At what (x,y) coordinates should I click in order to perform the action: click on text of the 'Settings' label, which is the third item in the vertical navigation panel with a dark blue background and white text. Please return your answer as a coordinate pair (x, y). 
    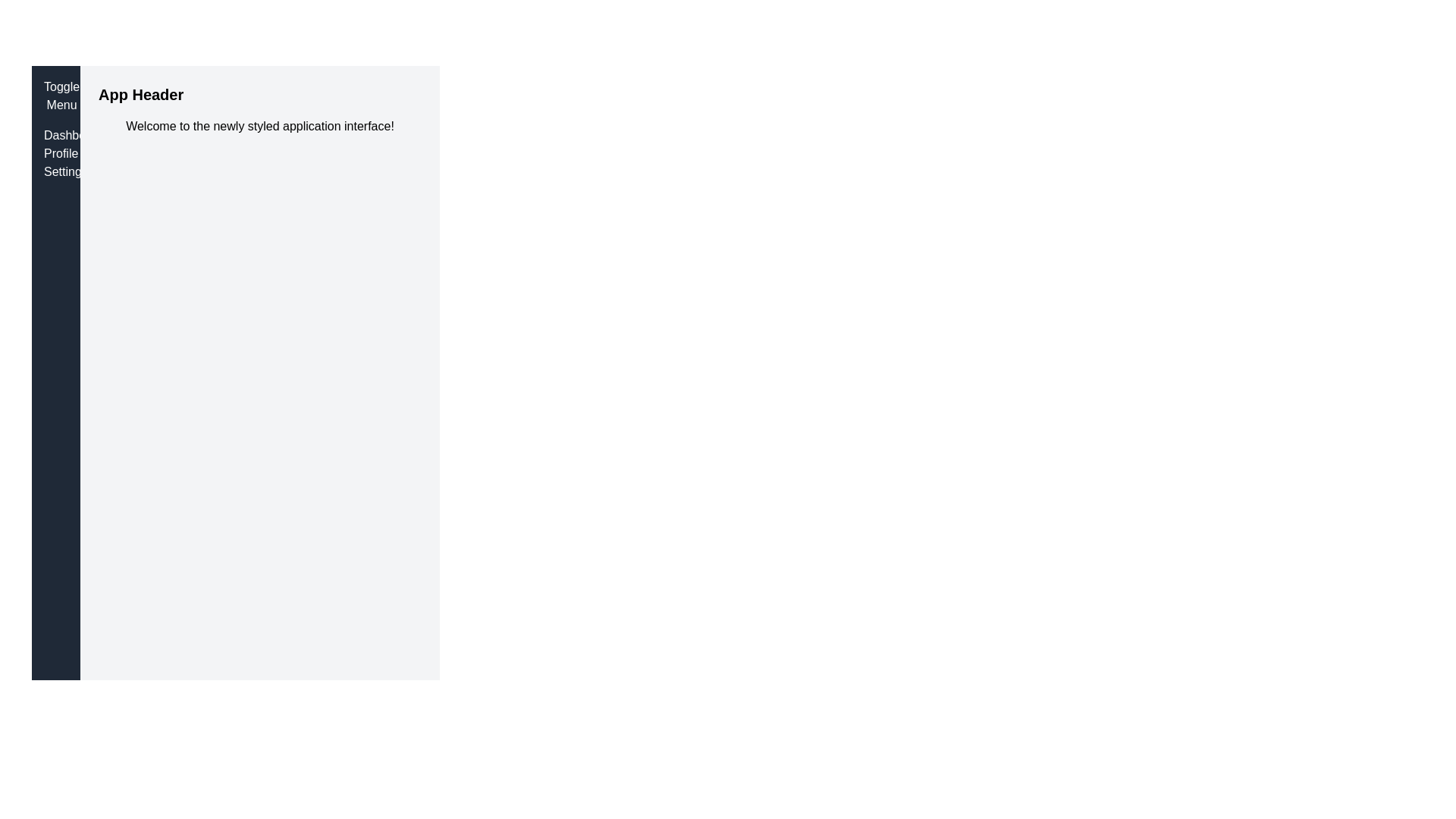
    Looking at the image, I should click on (55, 171).